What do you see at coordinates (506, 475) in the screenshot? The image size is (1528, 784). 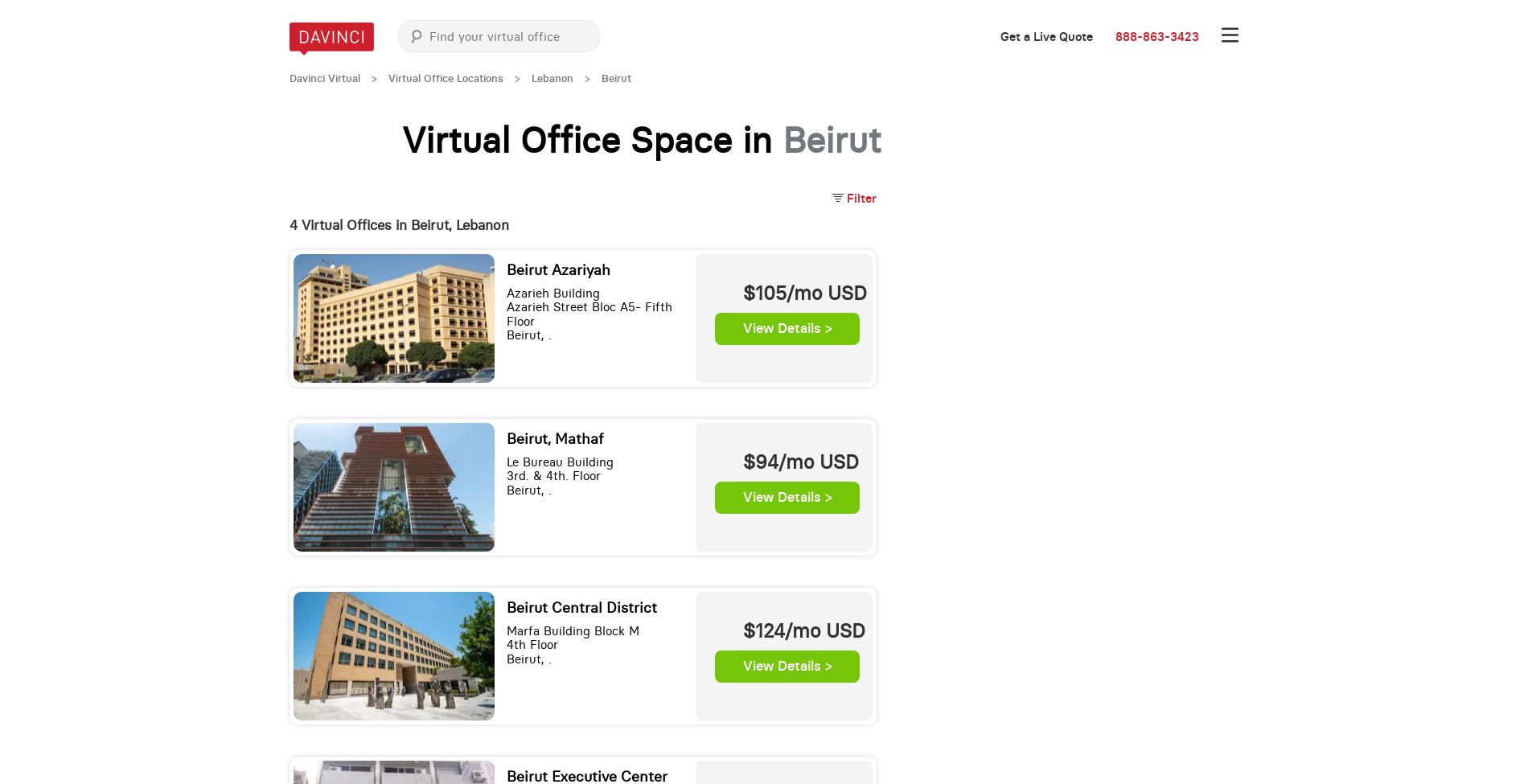 I see `'3rd. & 4th. Floor'` at bounding box center [506, 475].